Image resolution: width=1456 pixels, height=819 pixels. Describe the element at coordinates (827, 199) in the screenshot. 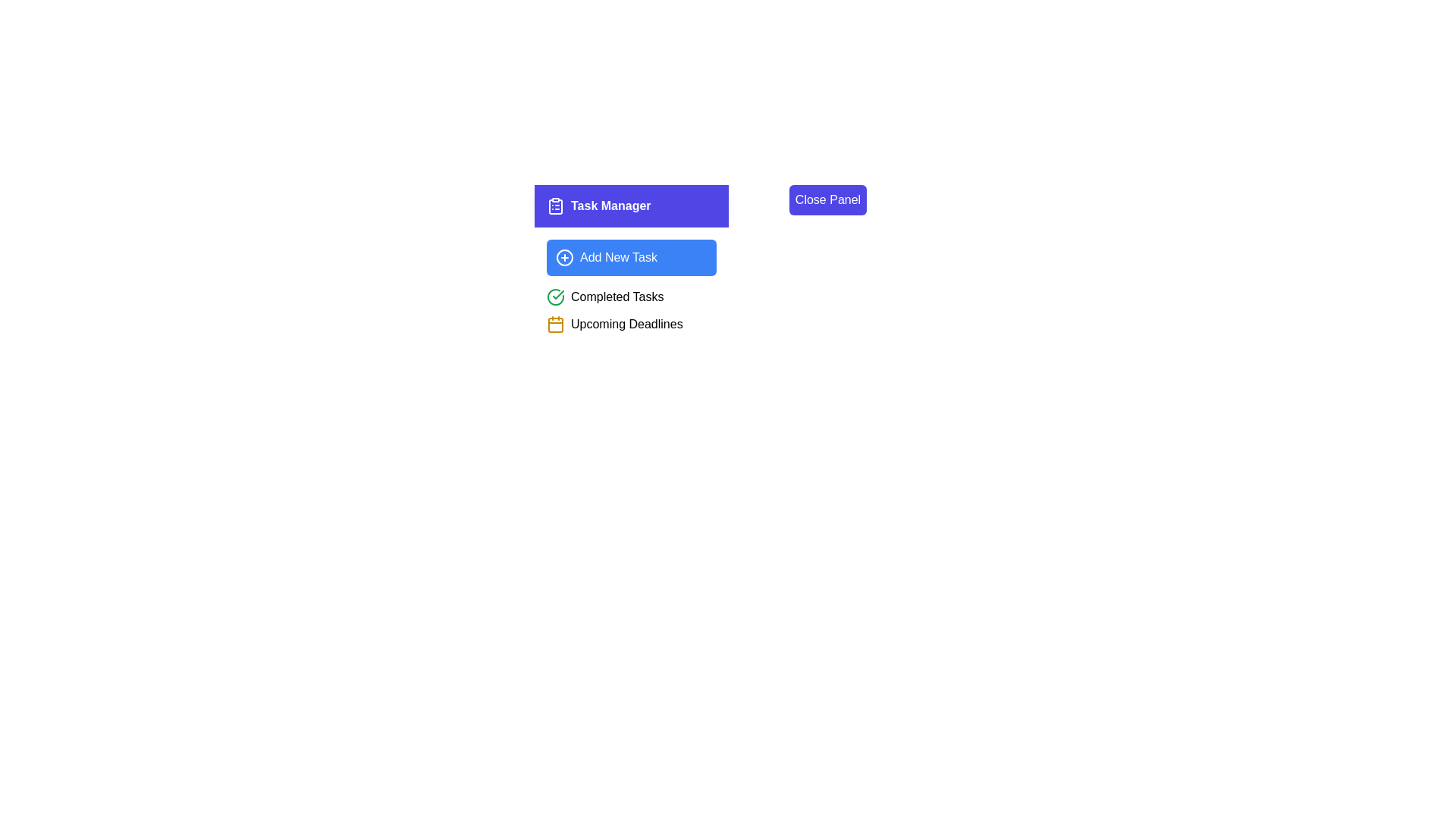

I see `the 'Close Panel' button to toggle the drawer state` at that location.